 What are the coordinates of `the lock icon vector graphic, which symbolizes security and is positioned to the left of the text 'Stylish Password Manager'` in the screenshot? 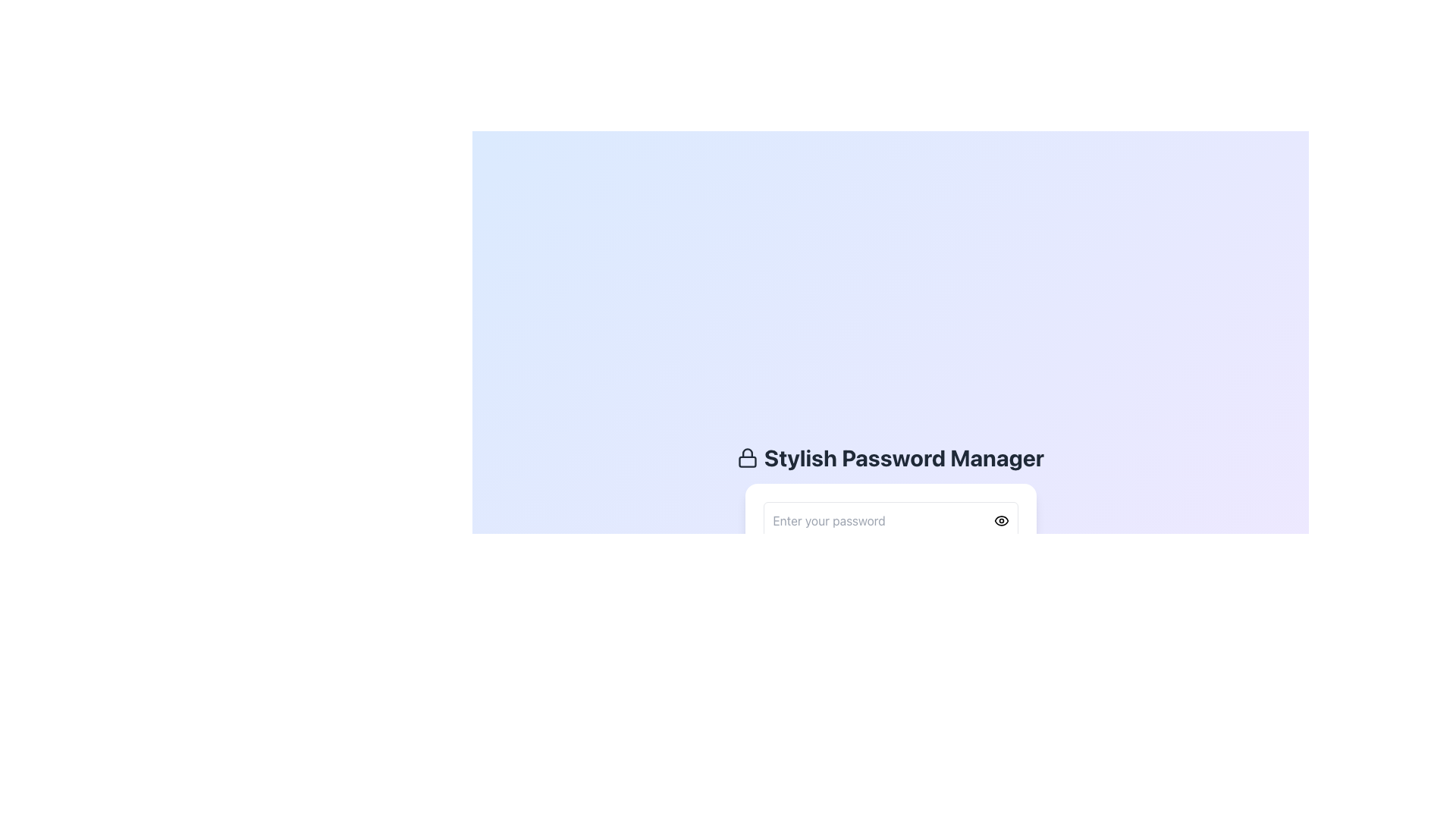 It's located at (747, 457).